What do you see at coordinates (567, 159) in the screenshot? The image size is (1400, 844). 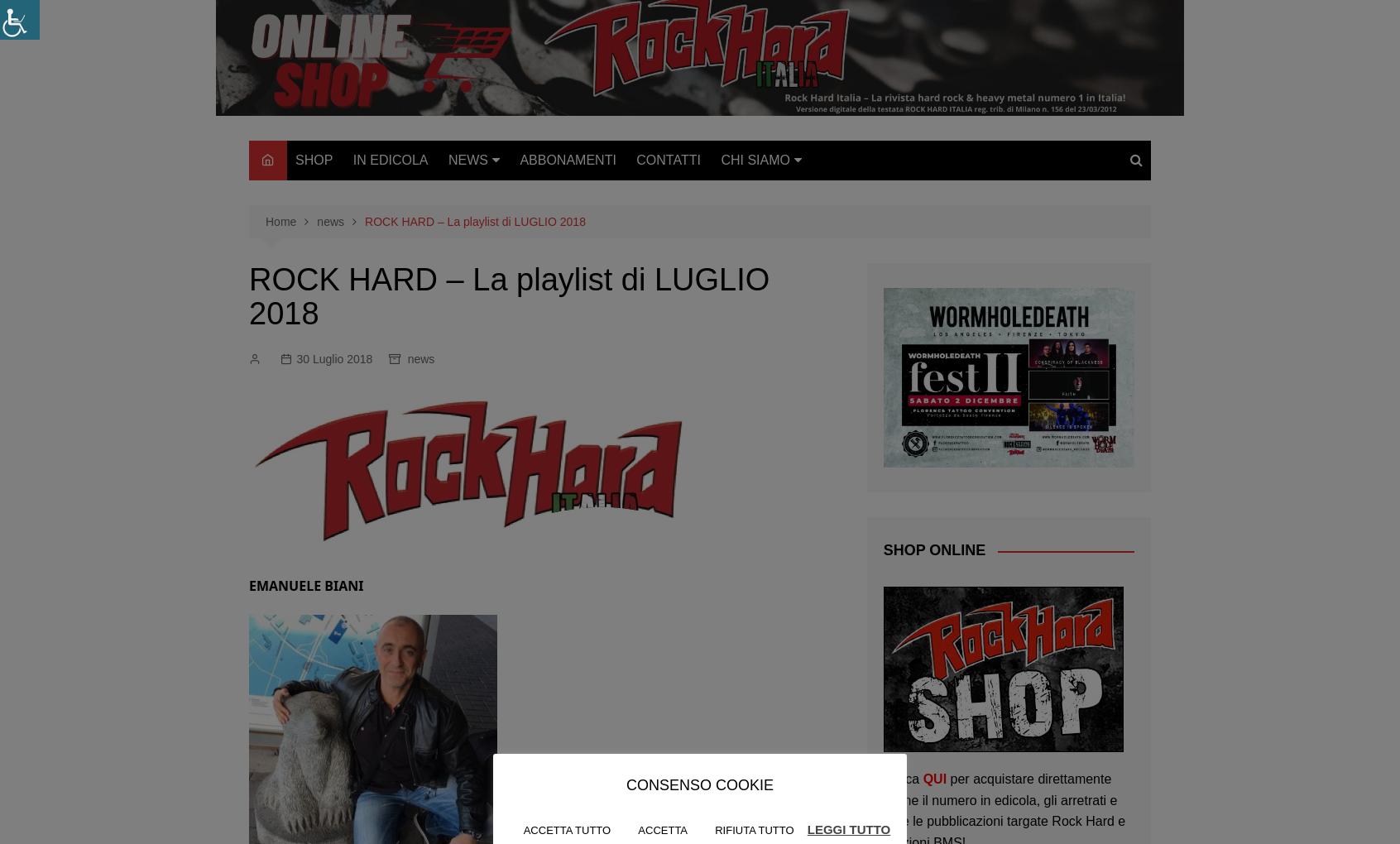 I see `'ABBONAMENTI'` at bounding box center [567, 159].